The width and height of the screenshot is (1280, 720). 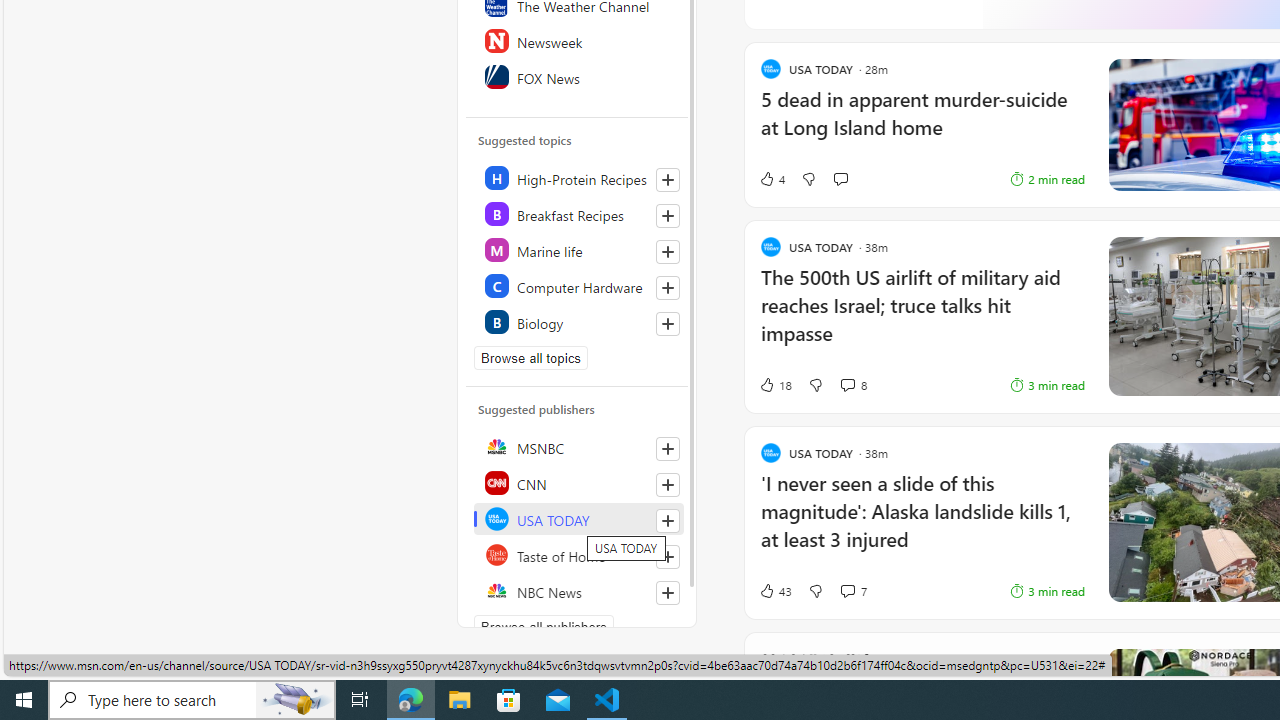 What do you see at coordinates (577, 41) in the screenshot?
I see `'Newsweek'` at bounding box center [577, 41].